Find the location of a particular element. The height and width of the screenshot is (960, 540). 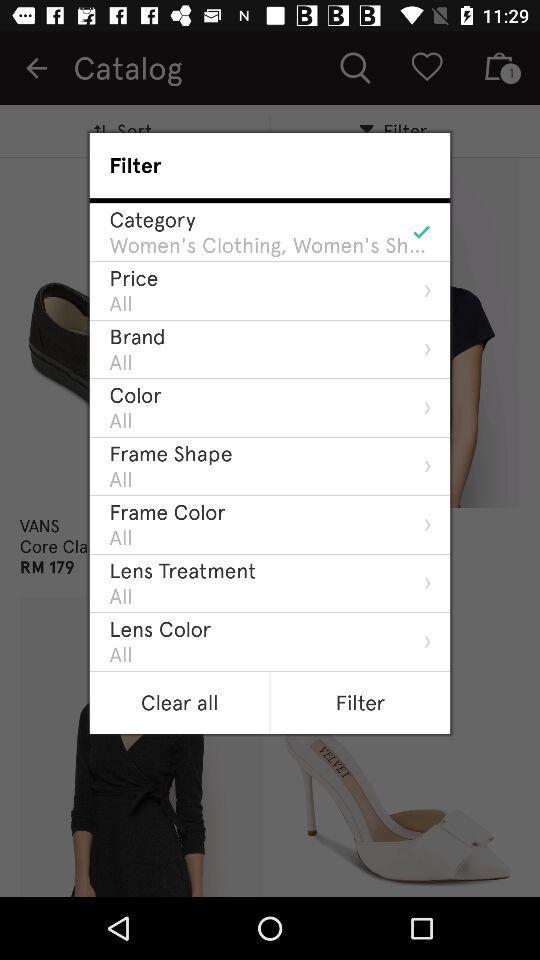

the frame color icon is located at coordinates (166, 511).